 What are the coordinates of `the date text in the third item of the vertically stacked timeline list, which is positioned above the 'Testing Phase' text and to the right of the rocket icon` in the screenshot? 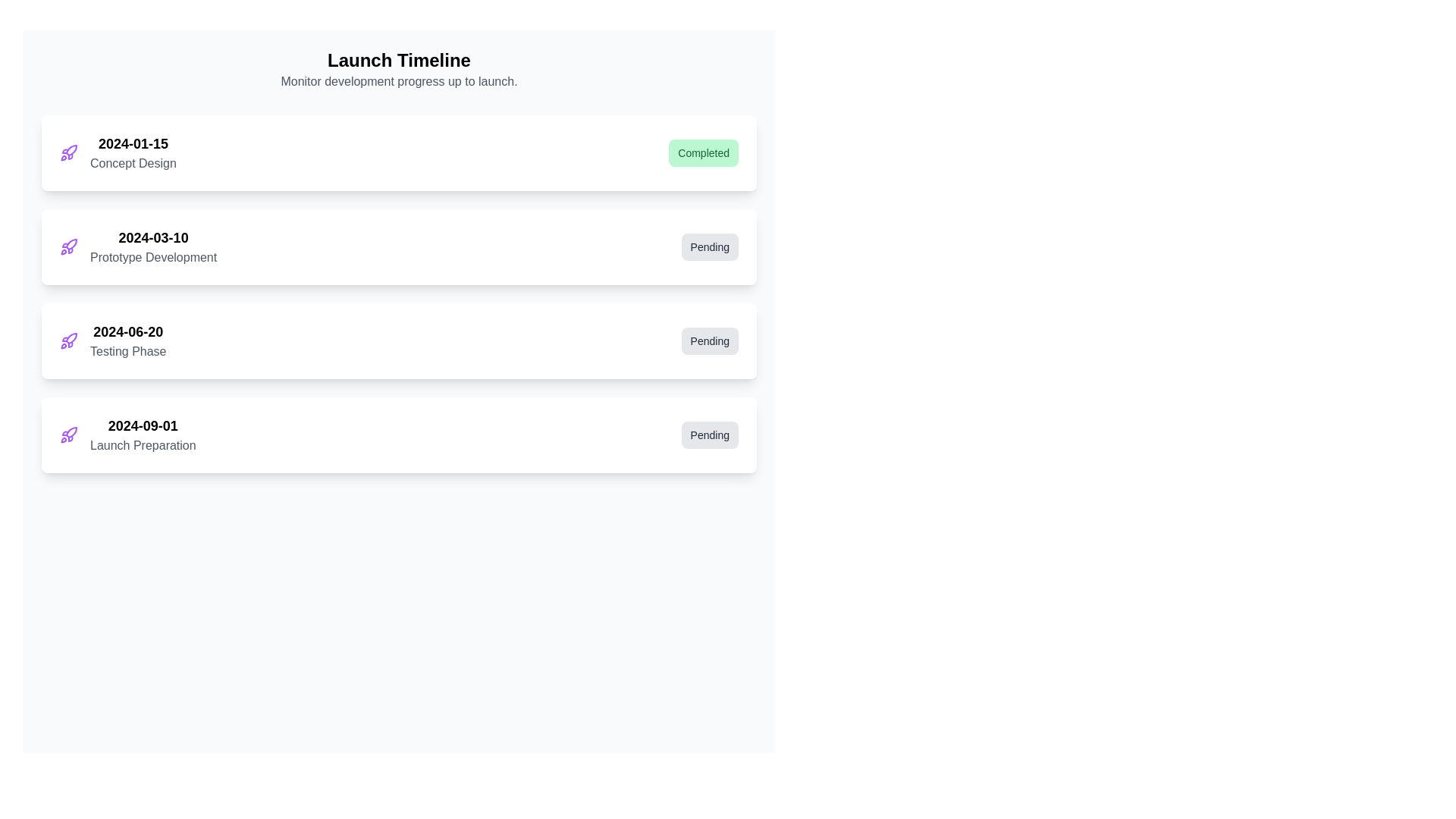 It's located at (128, 331).